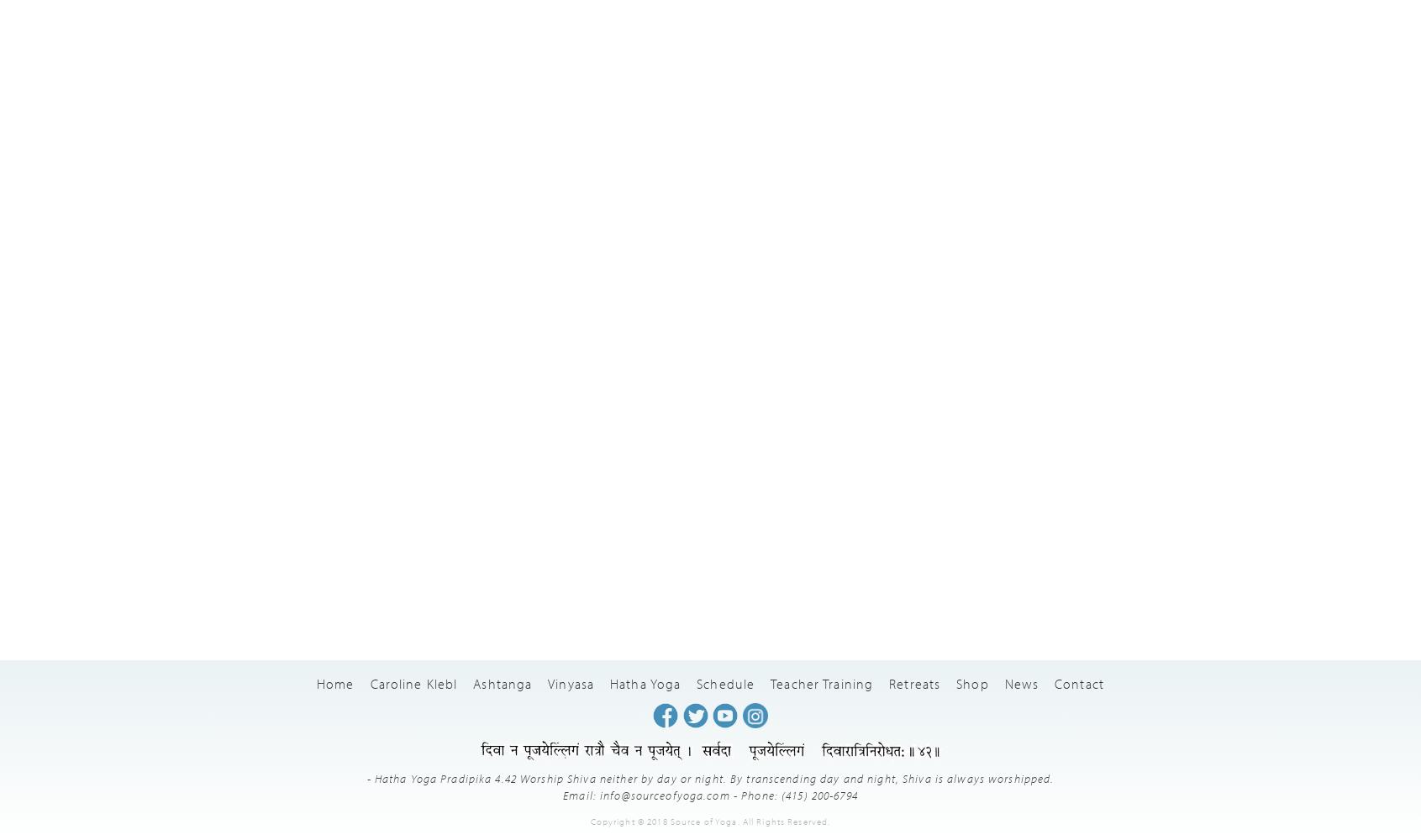 This screenshot has width=1421, height=840. What do you see at coordinates (645, 682) in the screenshot?
I see `'Hatha Yoga'` at bounding box center [645, 682].